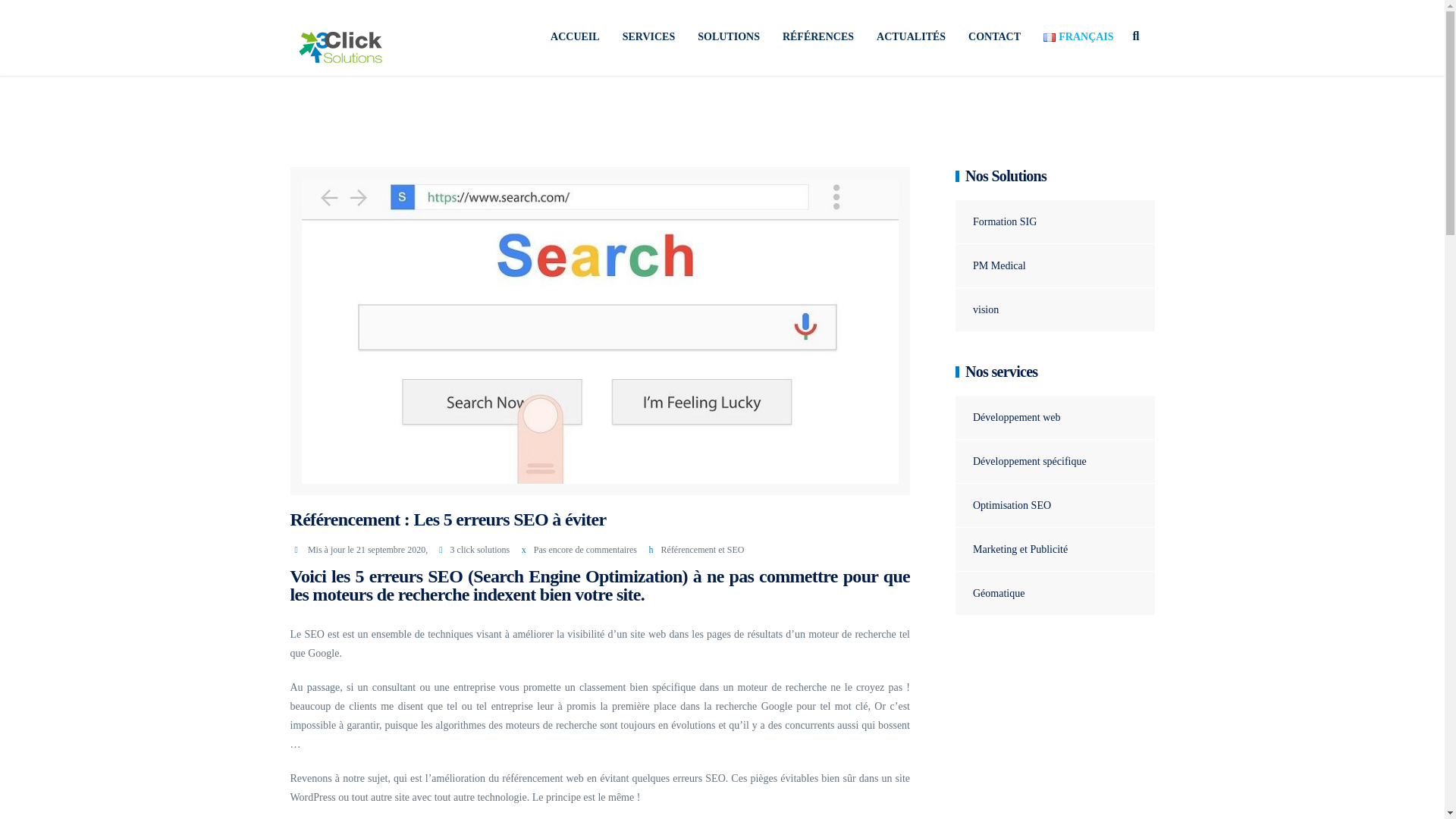 Image resolution: width=1456 pixels, height=819 pixels. I want to click on 'Formation SIG', so click(996, 221).